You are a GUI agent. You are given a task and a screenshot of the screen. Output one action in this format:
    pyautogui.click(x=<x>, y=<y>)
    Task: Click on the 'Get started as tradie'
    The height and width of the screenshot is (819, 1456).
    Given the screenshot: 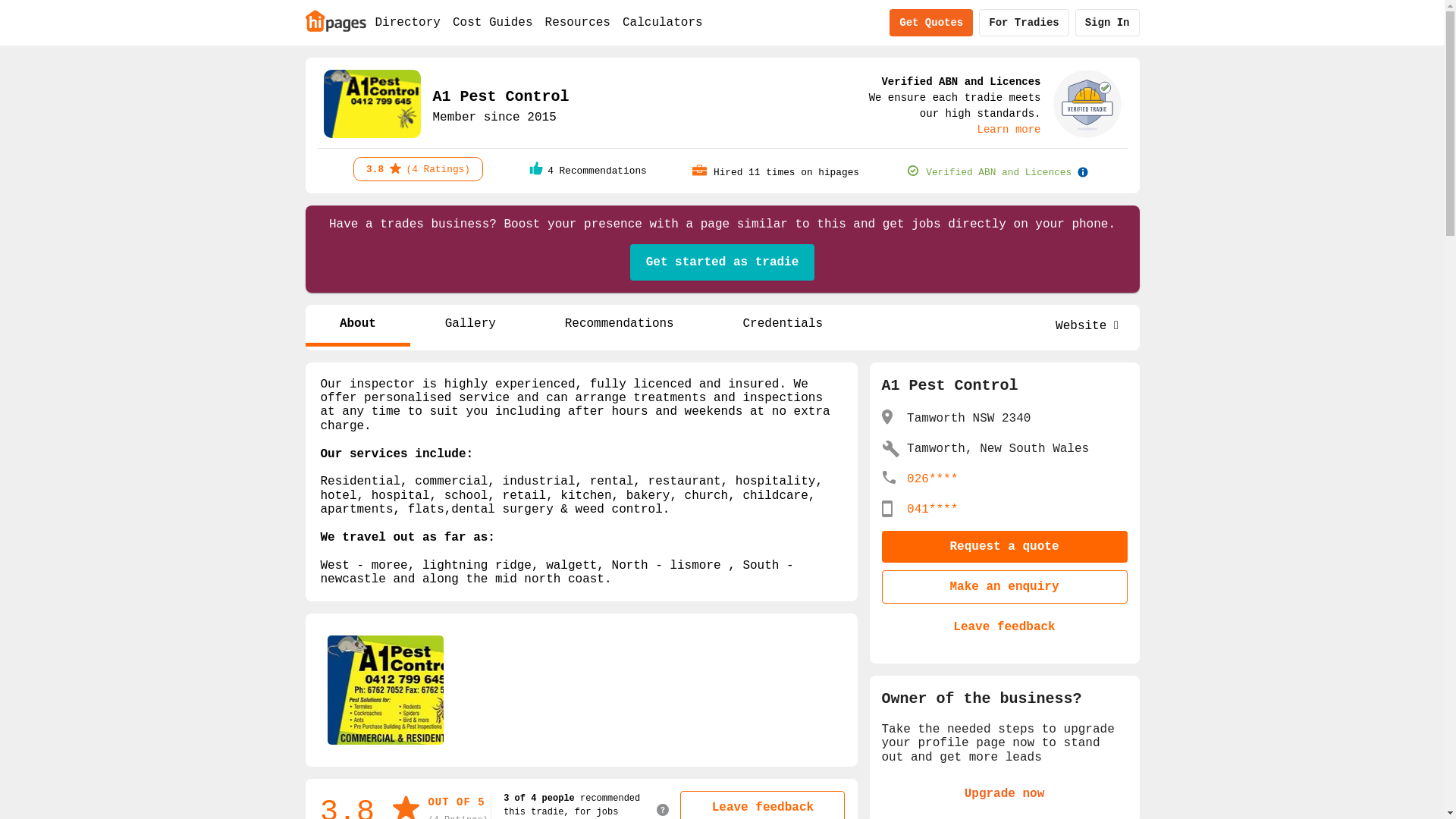 What is the action you would take?
    pyautogui.click(x=722, y=262)
    